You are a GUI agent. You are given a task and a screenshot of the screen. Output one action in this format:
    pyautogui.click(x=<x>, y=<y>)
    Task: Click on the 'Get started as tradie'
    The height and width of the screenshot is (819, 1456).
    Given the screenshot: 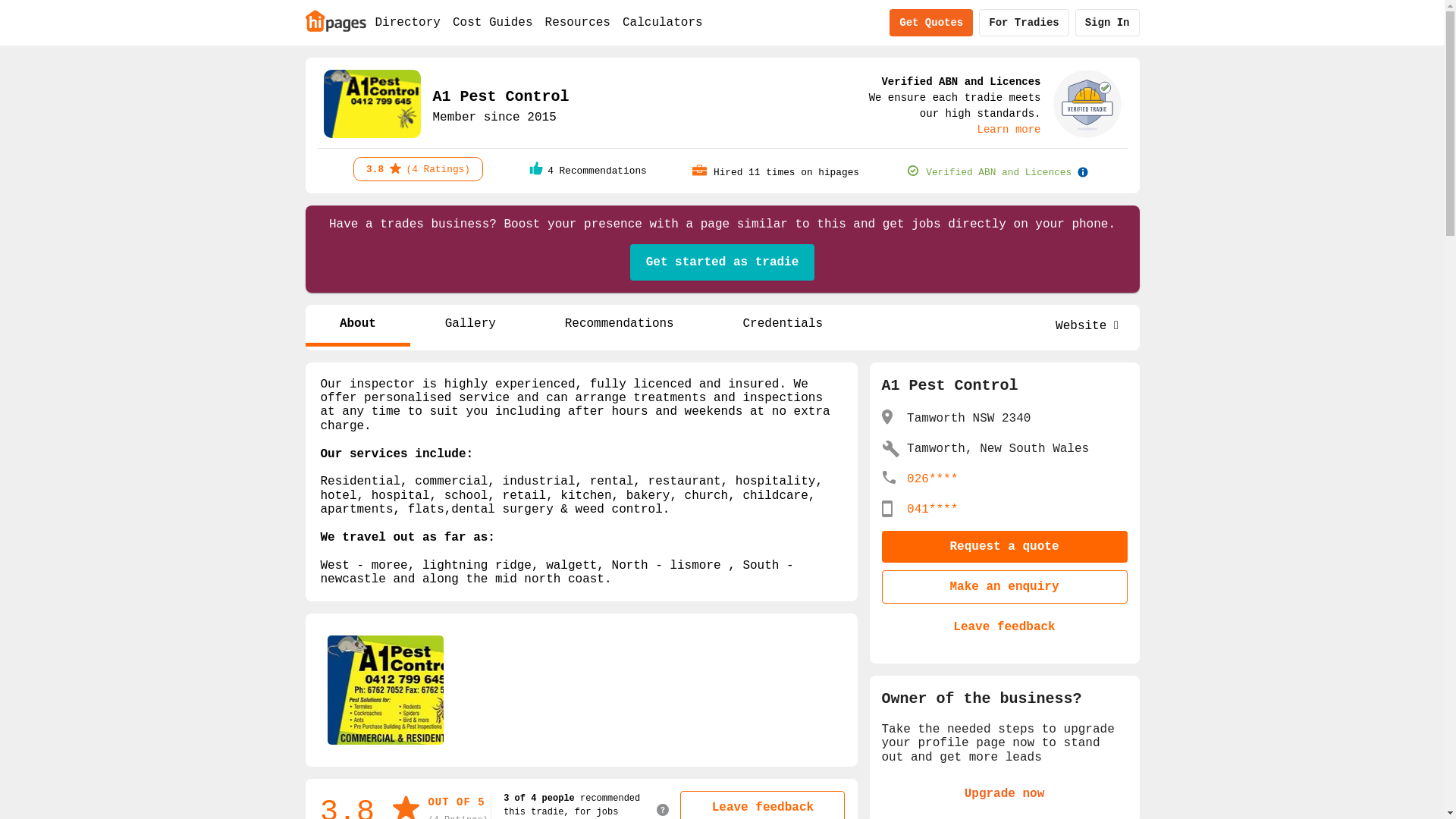 What is the action you would take?
    pyautogui.click(x=722, y=262)
    